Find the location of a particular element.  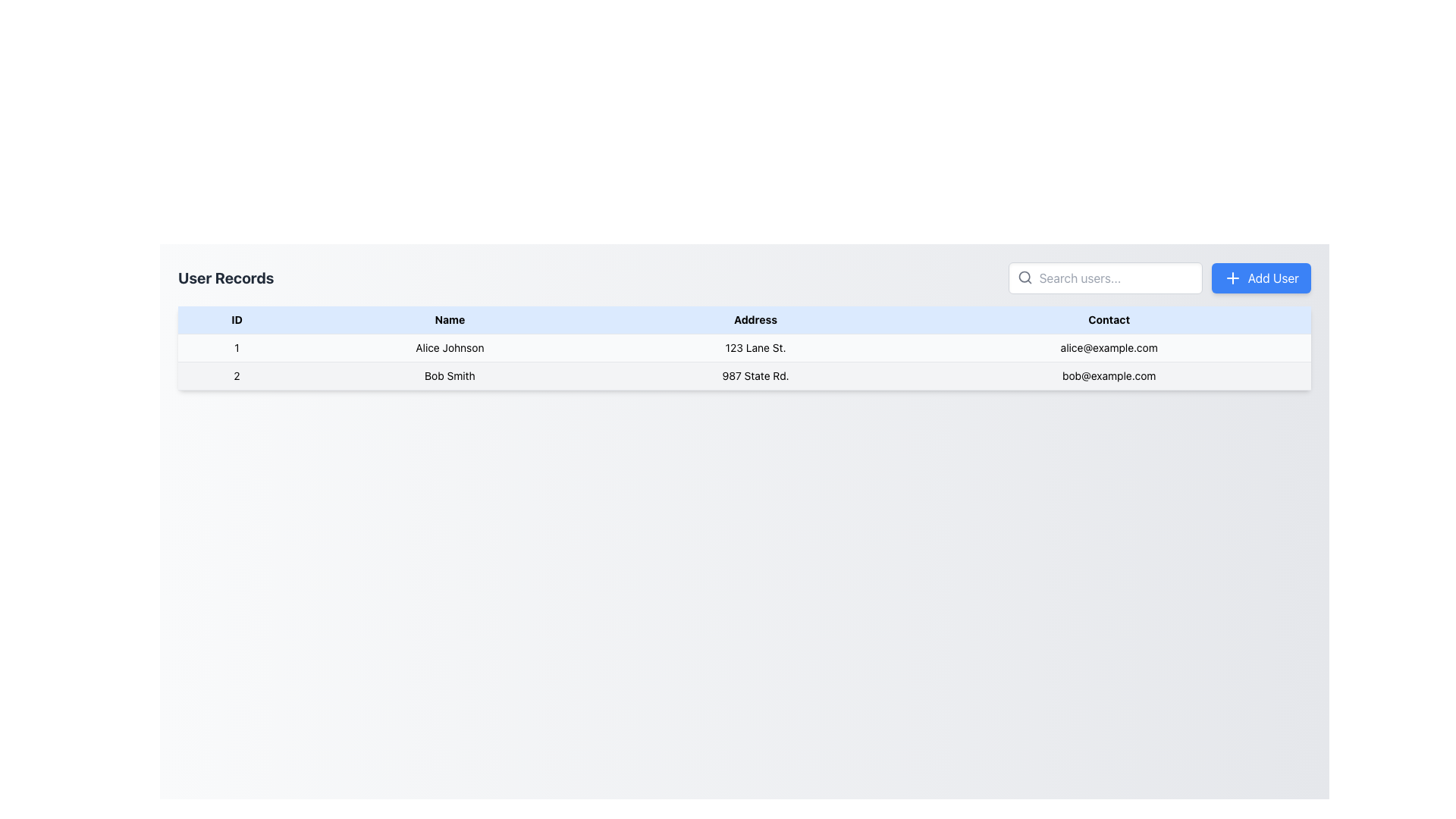

the Text Display element displaying the name 'Alice Johnson' located is located at coordinates (449, 348).